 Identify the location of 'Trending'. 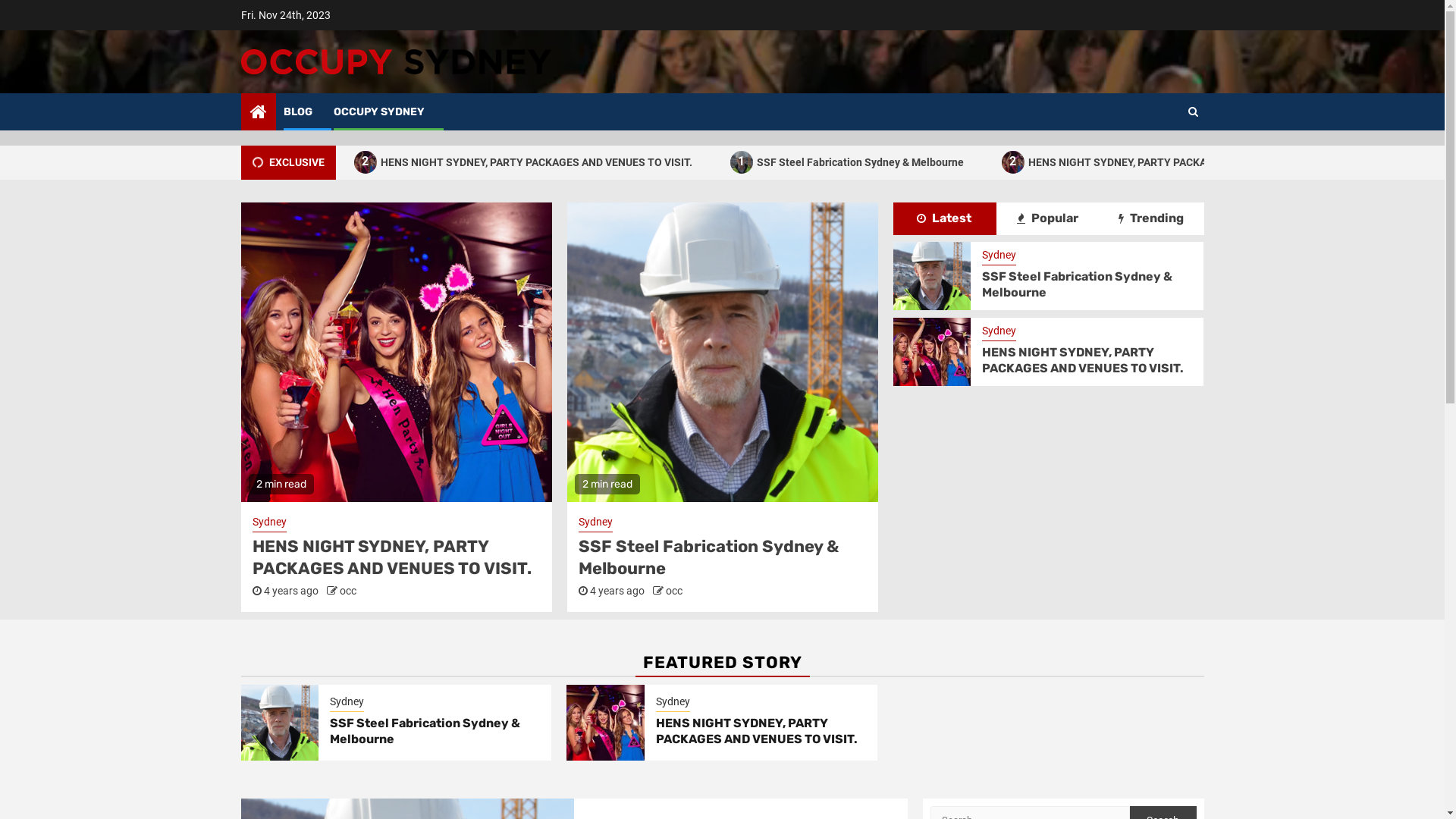
(1150, 218).